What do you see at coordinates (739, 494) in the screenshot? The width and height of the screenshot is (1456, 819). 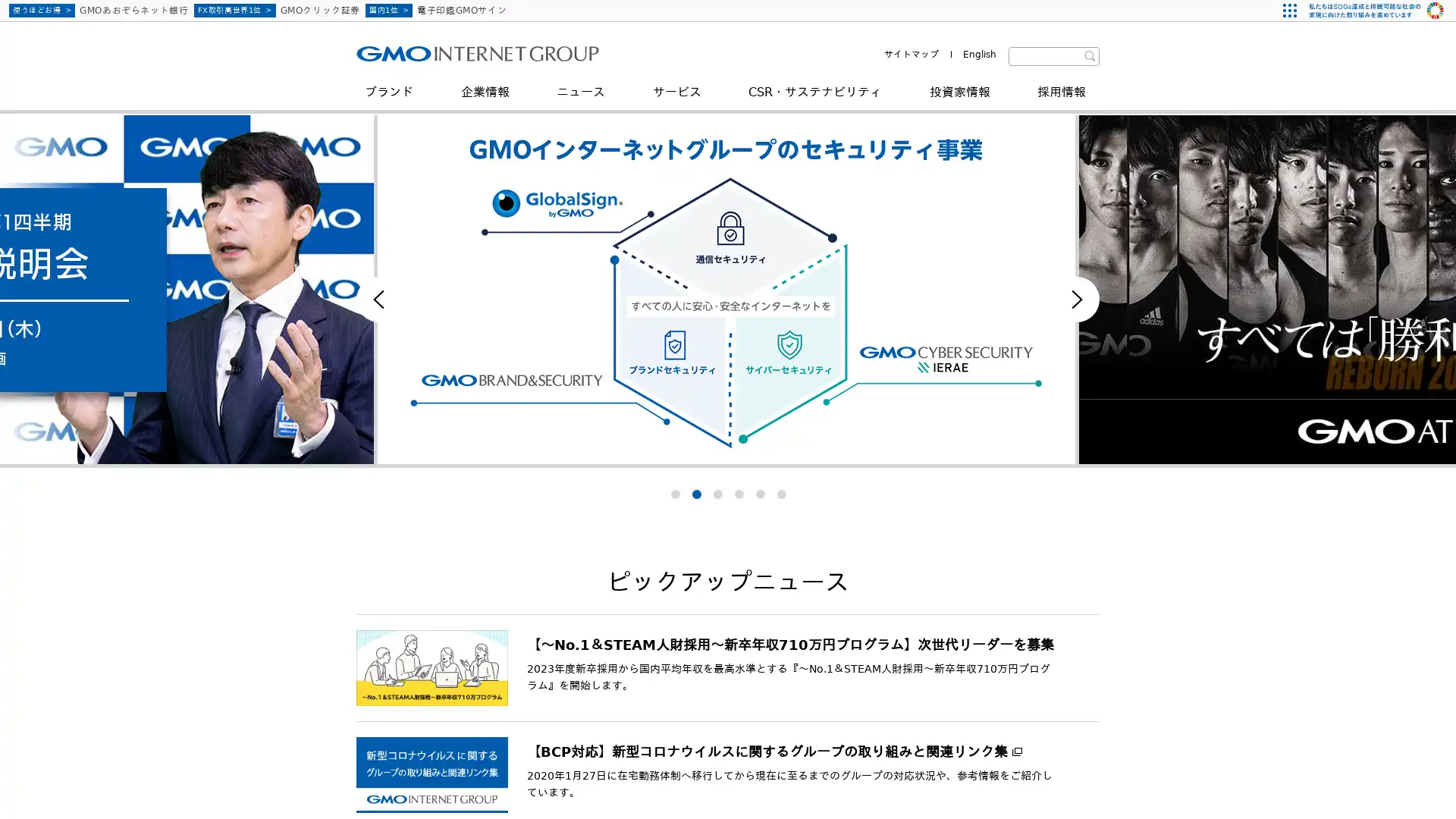 I see `4` at bounding box center [739, 494].